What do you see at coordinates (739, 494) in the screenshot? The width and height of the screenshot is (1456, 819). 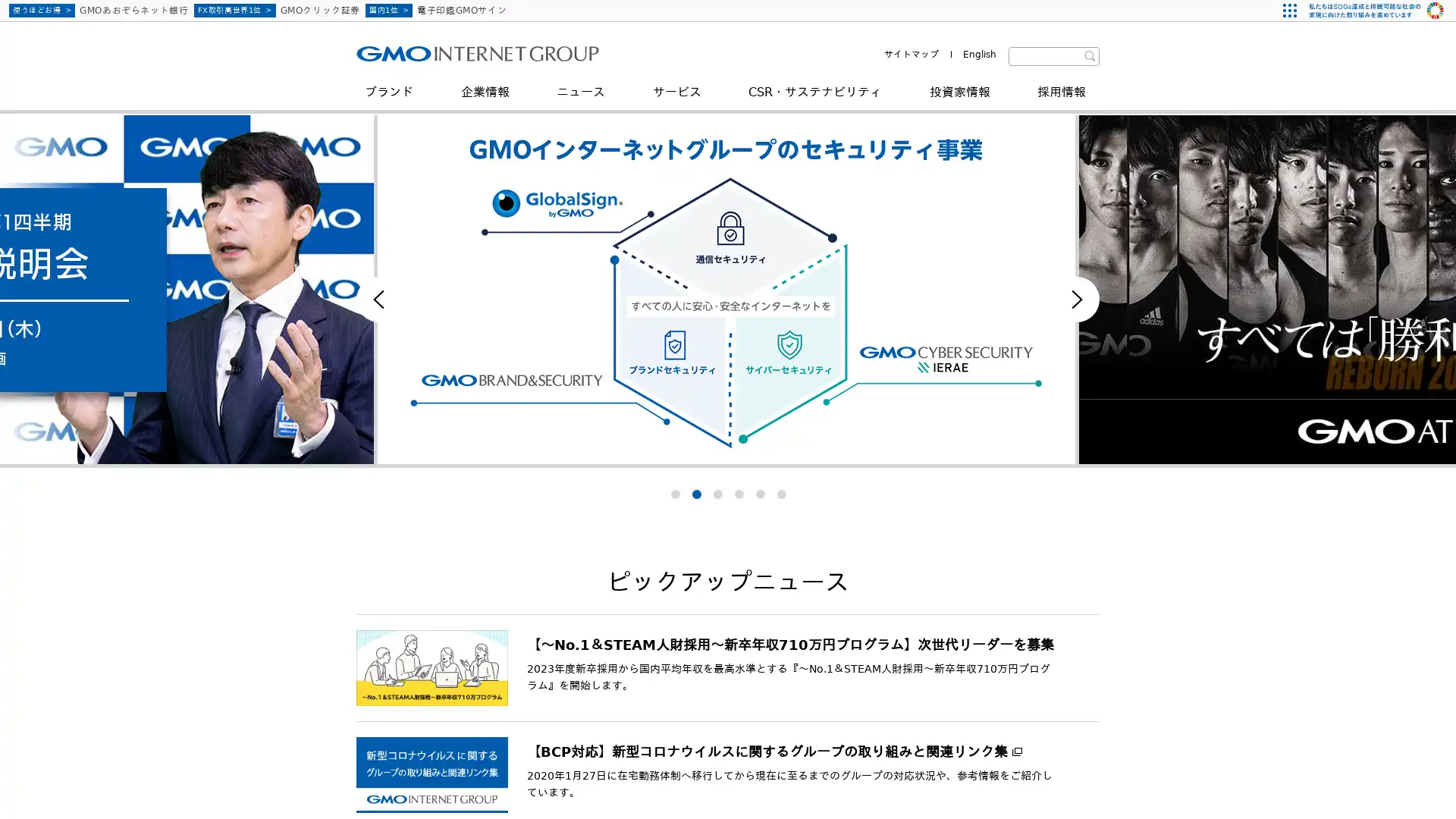 I see `4` at bounding box center [739, 494].